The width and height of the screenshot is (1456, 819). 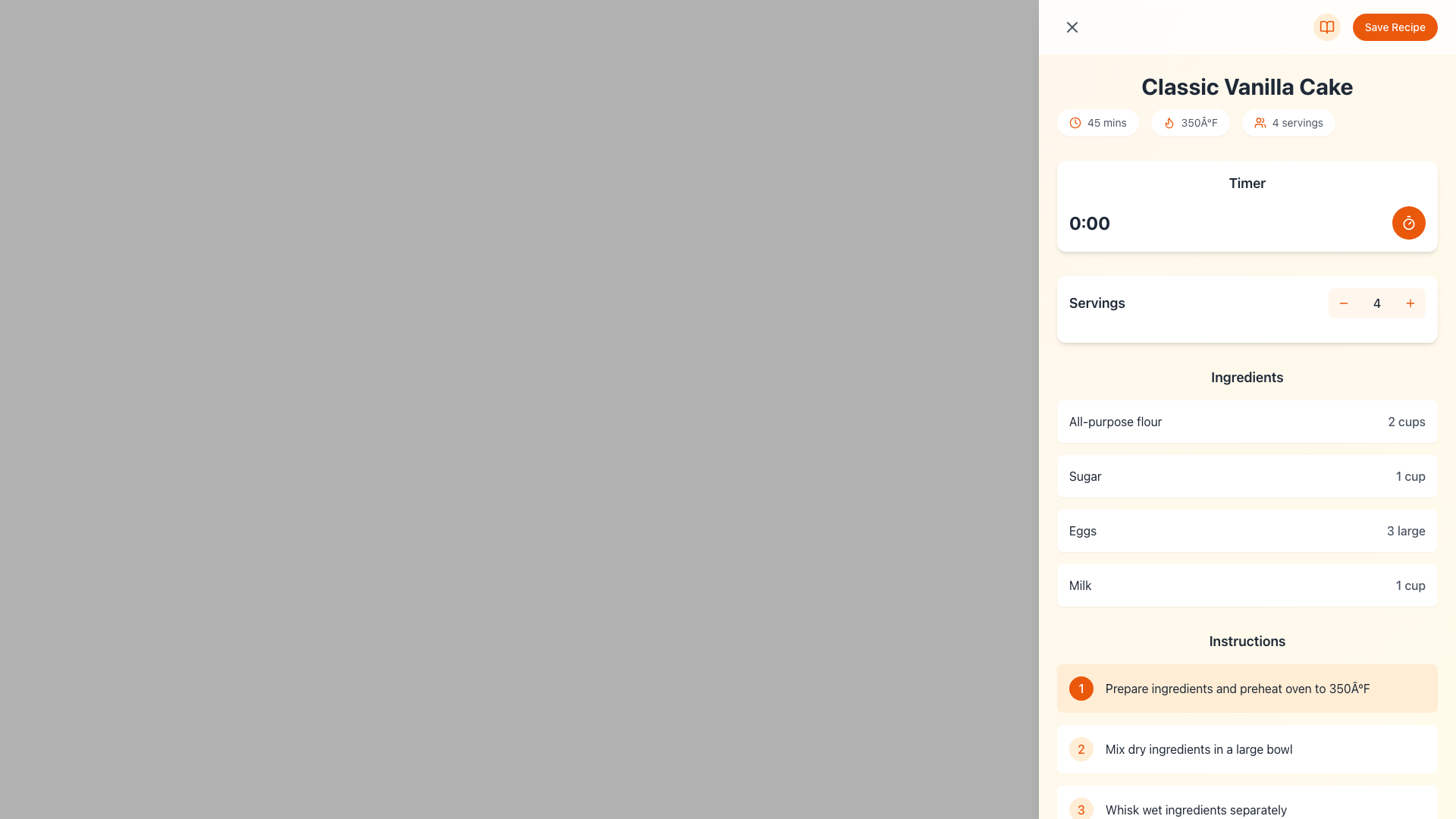 What do you see at coordinates (1410, 303) in the screenshot?
I see `the button that increases the number of servings displayed in the Servings section to observe potential interactive feedback` at bounding box center [1410, 303].